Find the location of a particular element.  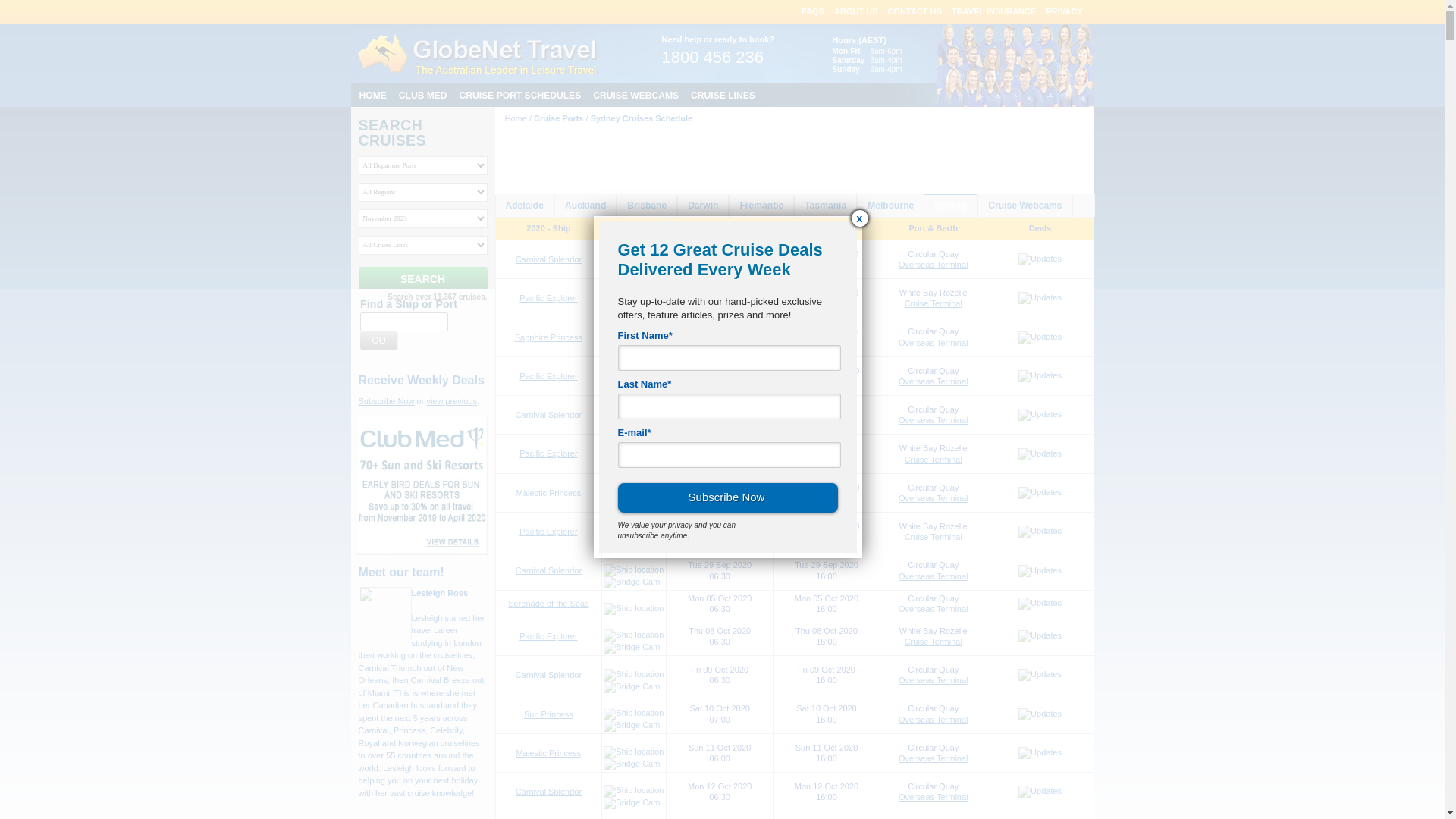

'Overseas Terminal' is located at coordinates (932, 420).